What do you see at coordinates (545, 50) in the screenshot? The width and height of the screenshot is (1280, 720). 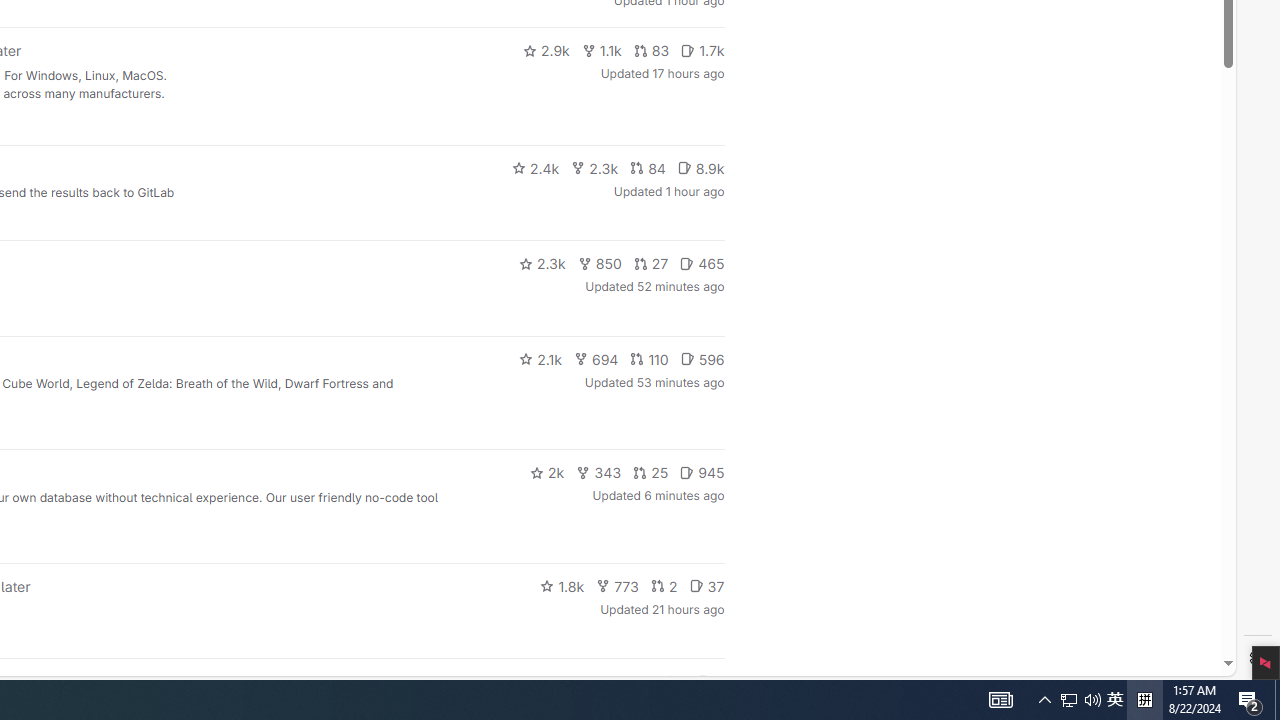 I see `'2.9k'` at bounding box center [545, 50].